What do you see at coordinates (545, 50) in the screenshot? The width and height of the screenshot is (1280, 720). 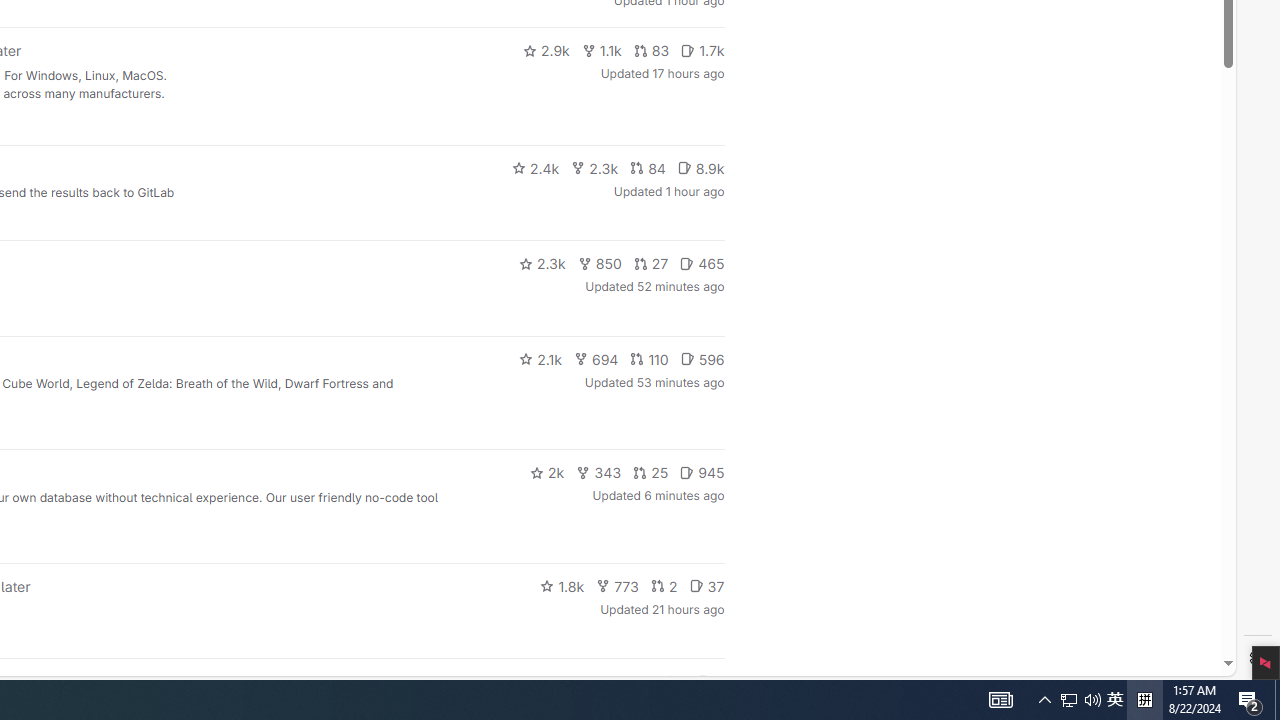 I see `'2.9k'` at bounding box center [545, 50].